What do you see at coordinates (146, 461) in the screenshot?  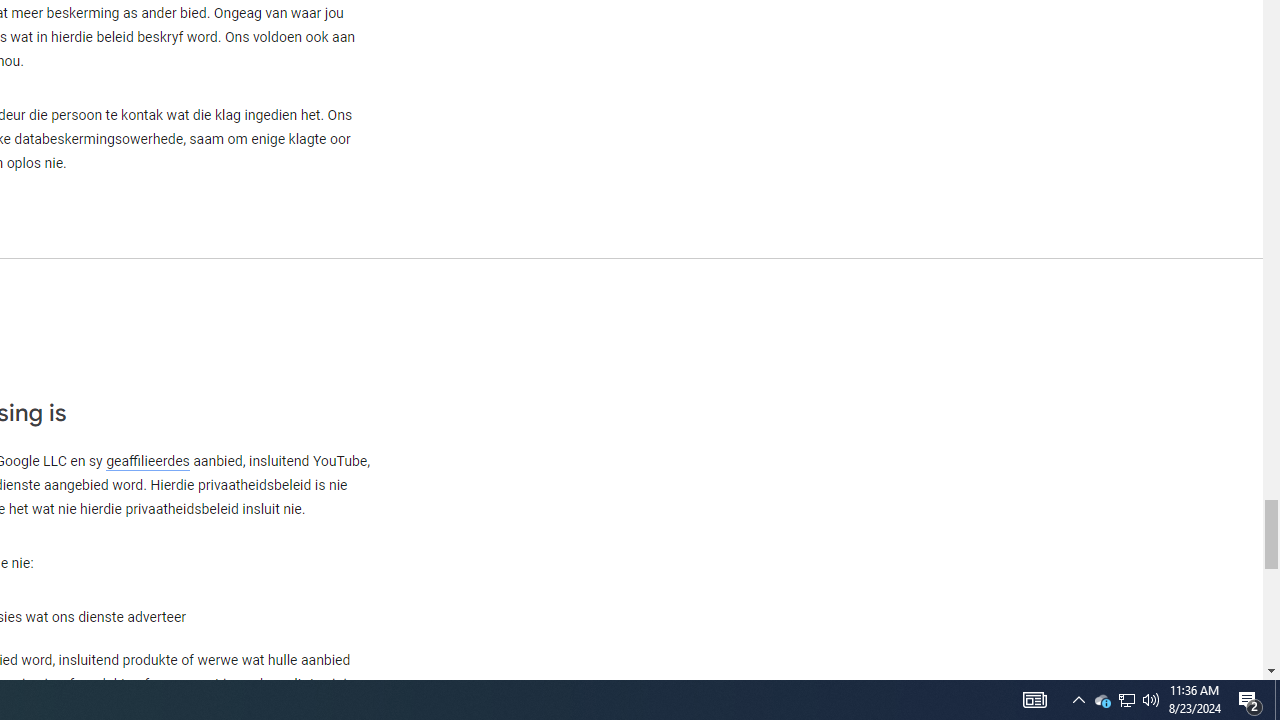 I see `'geaffilieerdes'` at bounding box center [146, 461].